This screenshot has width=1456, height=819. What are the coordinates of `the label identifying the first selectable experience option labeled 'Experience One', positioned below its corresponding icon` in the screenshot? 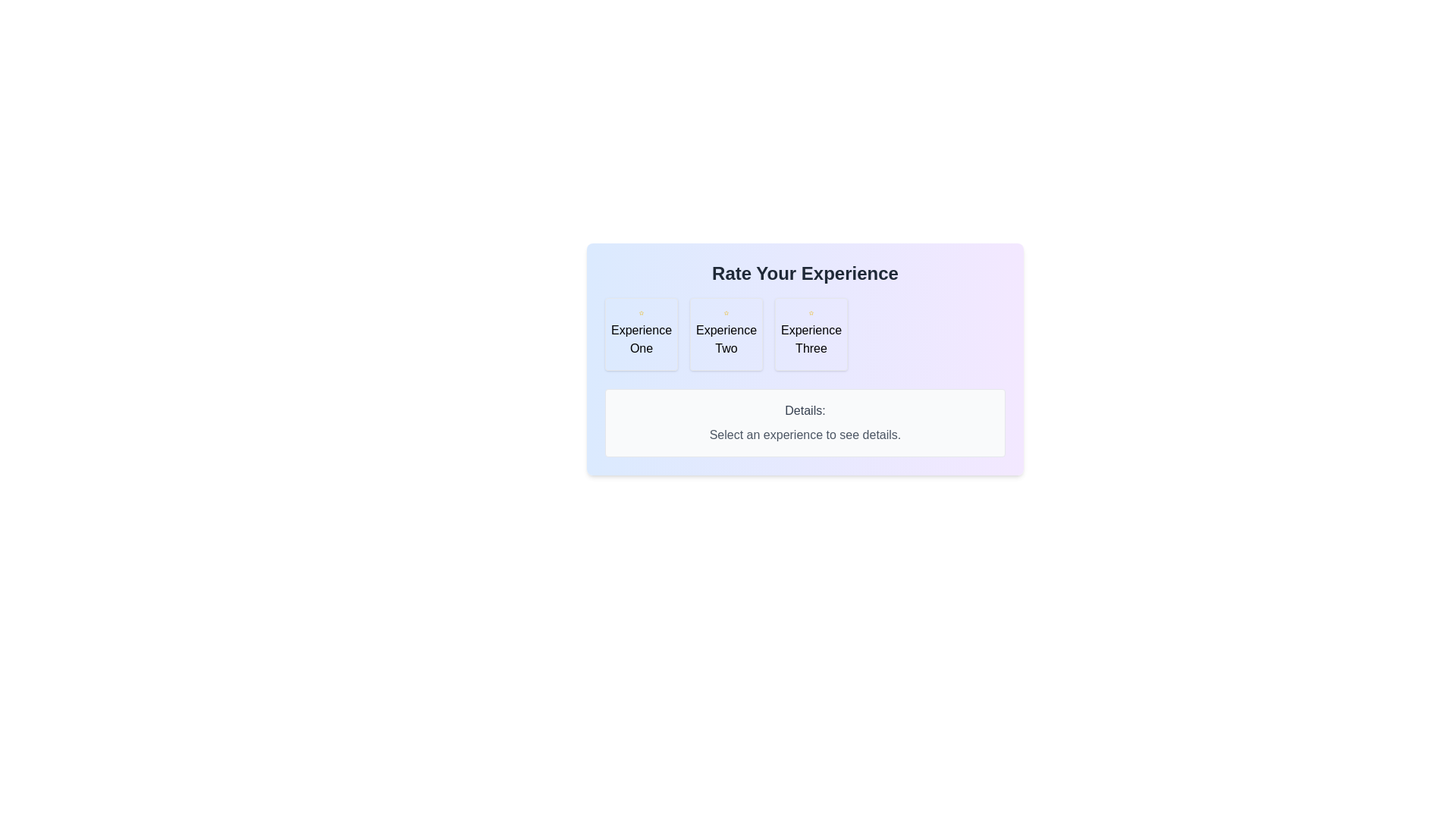 It's located at (641, 338).